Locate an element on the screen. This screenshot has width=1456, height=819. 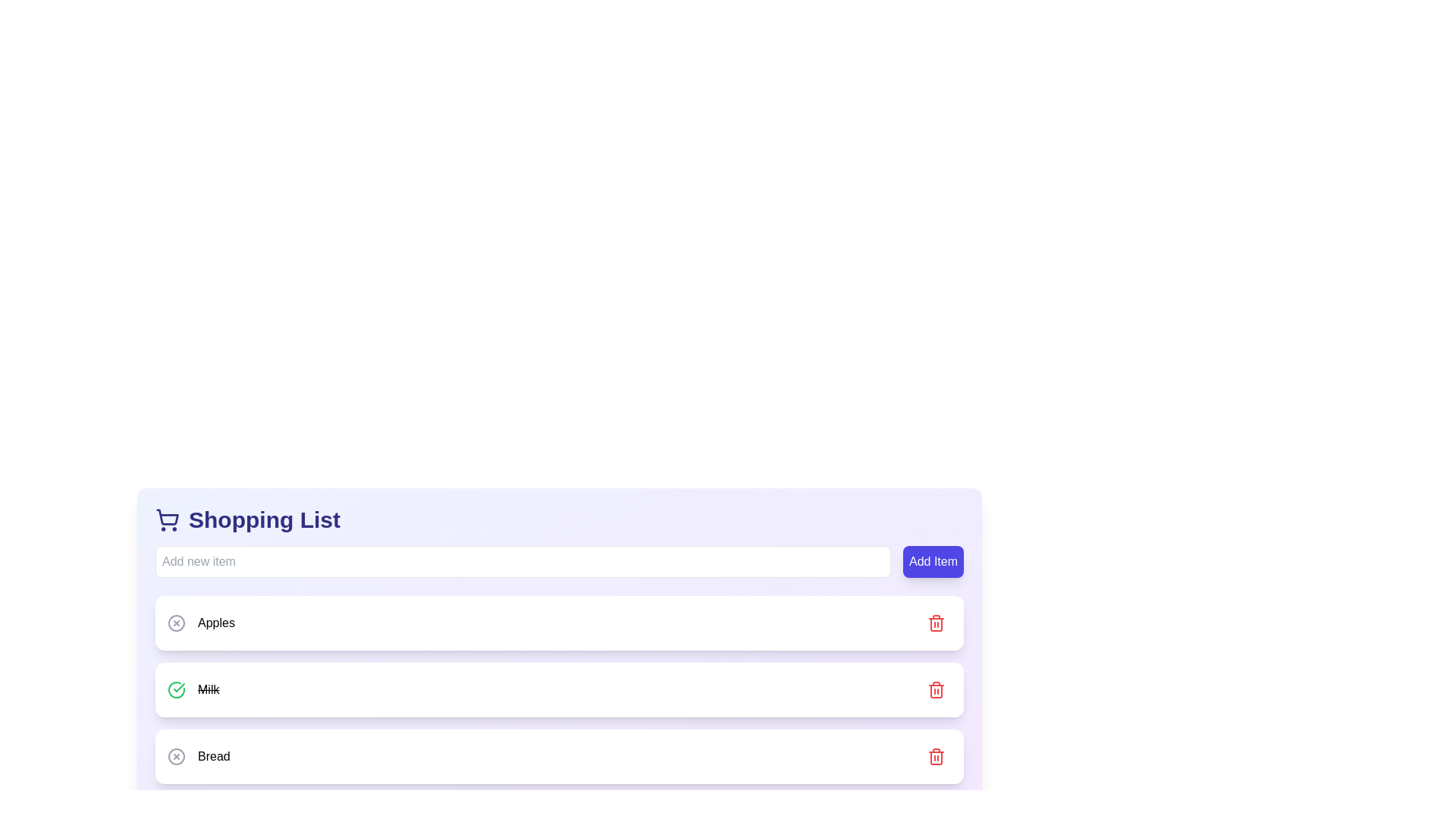
the trash bin icon button located on the far right of the third item, 'Bread', in the shopping list is located at coordinates (935, 757).